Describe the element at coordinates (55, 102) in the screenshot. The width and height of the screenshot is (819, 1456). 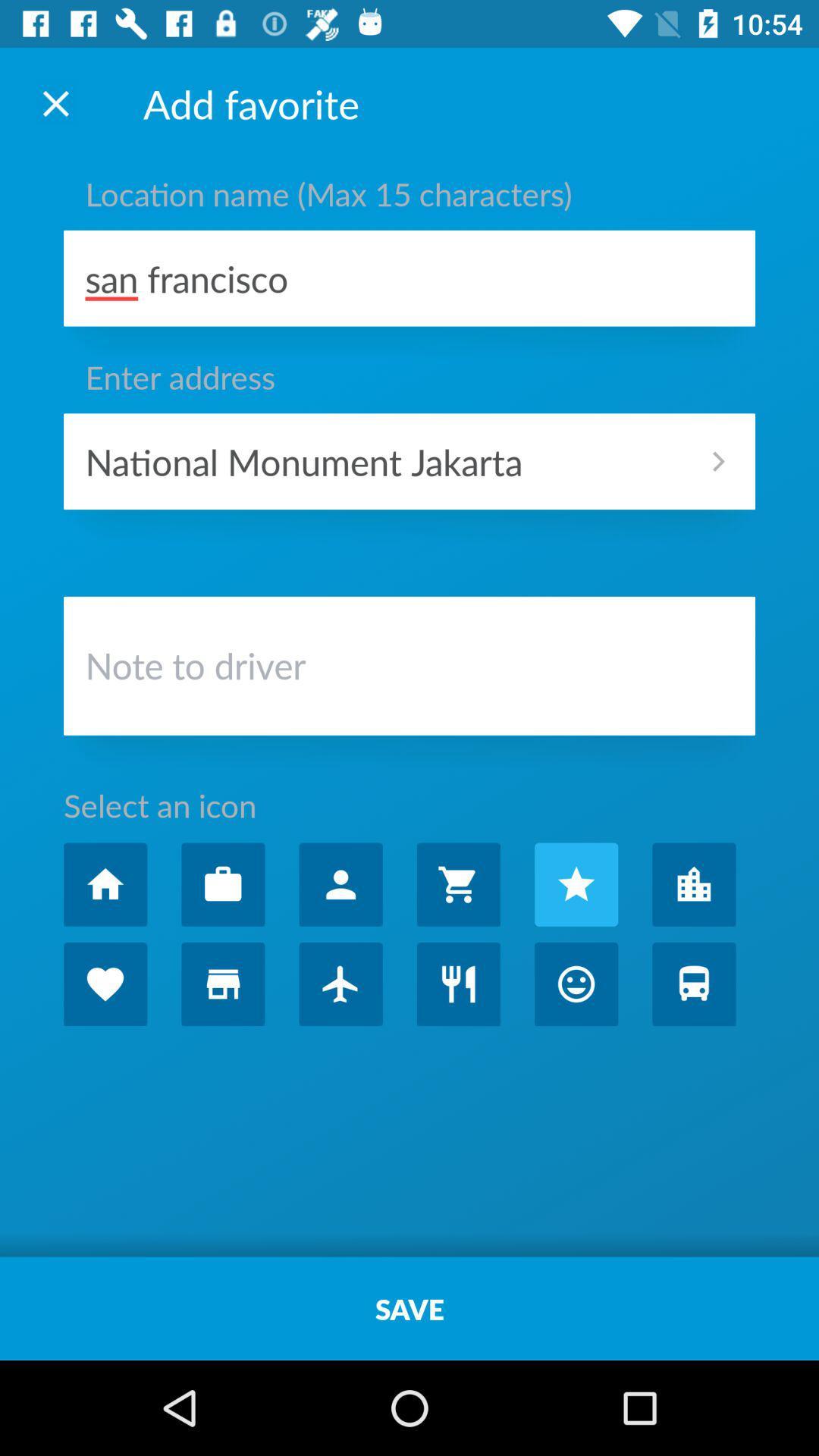
I see `cancel button` at that location.